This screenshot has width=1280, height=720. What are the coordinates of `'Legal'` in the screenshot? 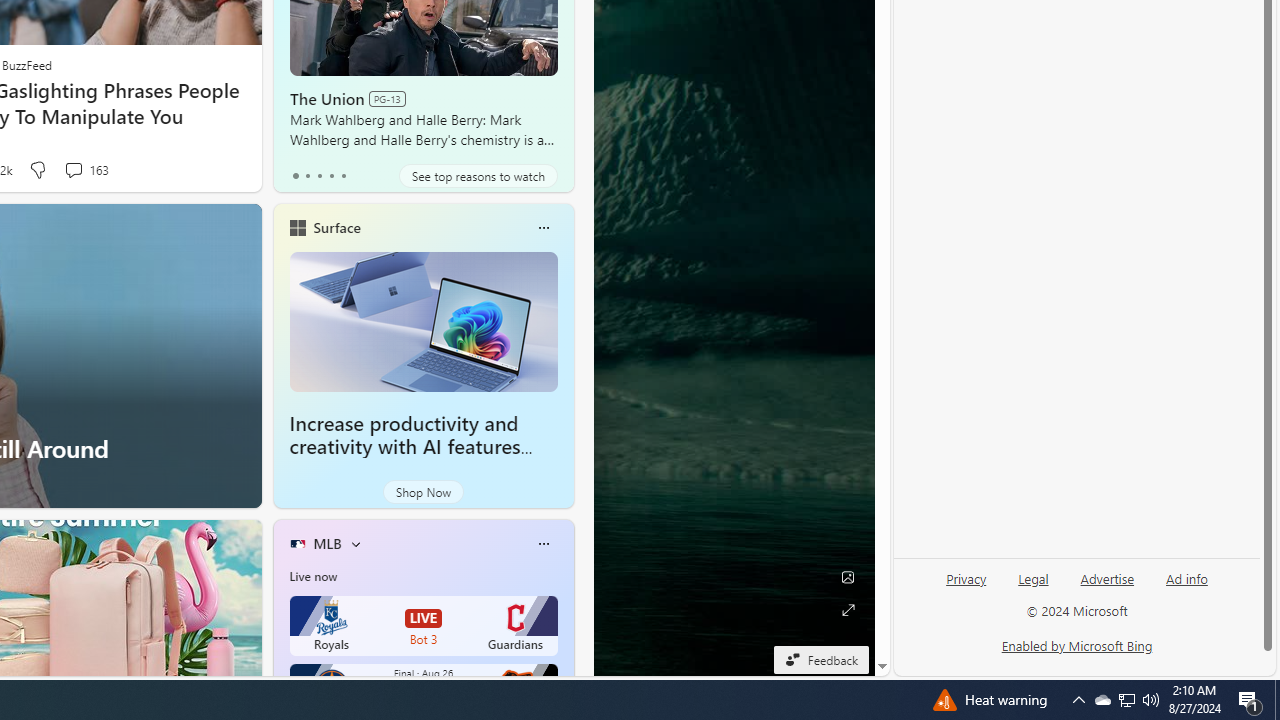 It's located at (1033, 579).